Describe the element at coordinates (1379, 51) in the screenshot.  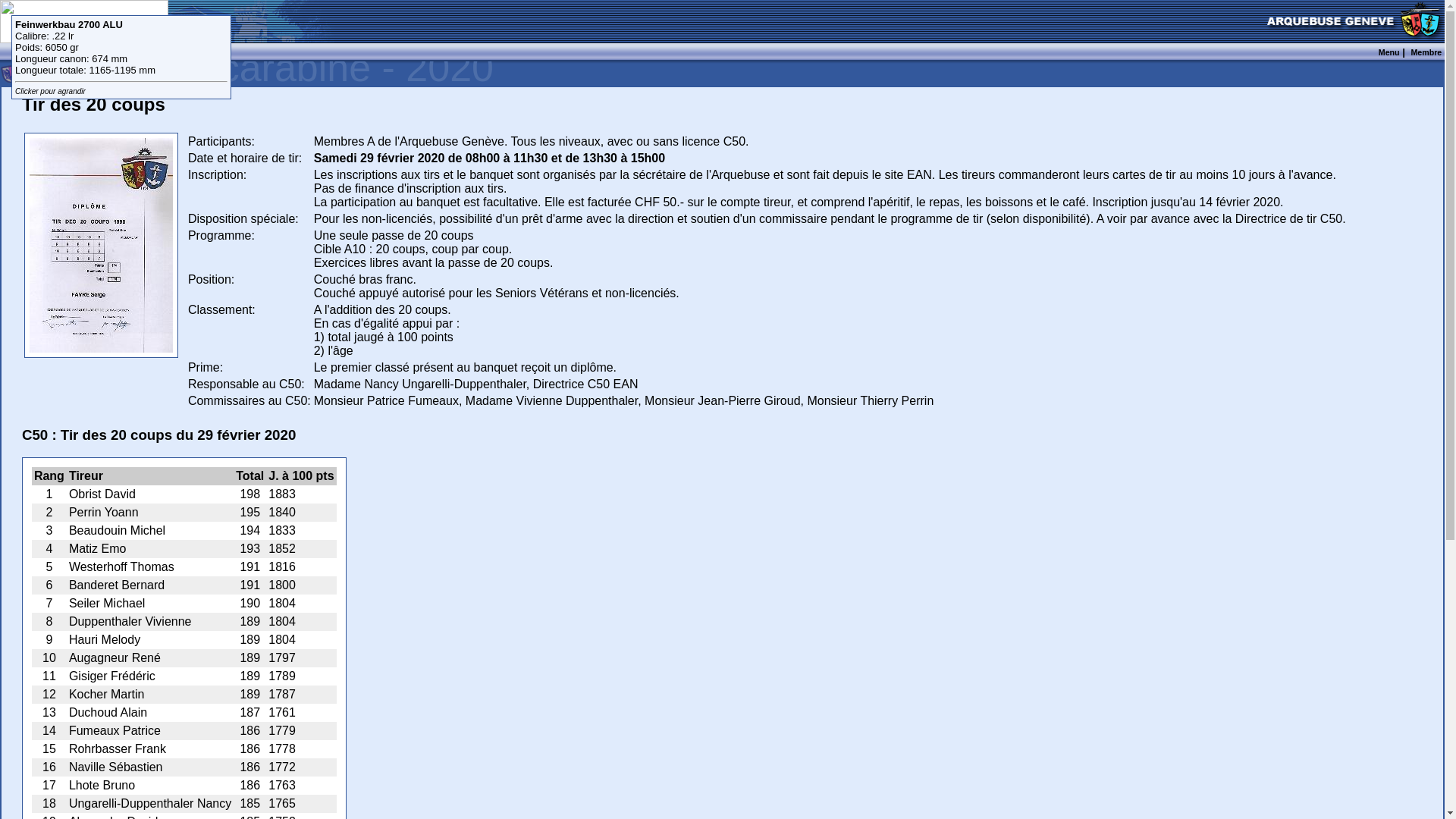
I see `'Menu'` at that location.